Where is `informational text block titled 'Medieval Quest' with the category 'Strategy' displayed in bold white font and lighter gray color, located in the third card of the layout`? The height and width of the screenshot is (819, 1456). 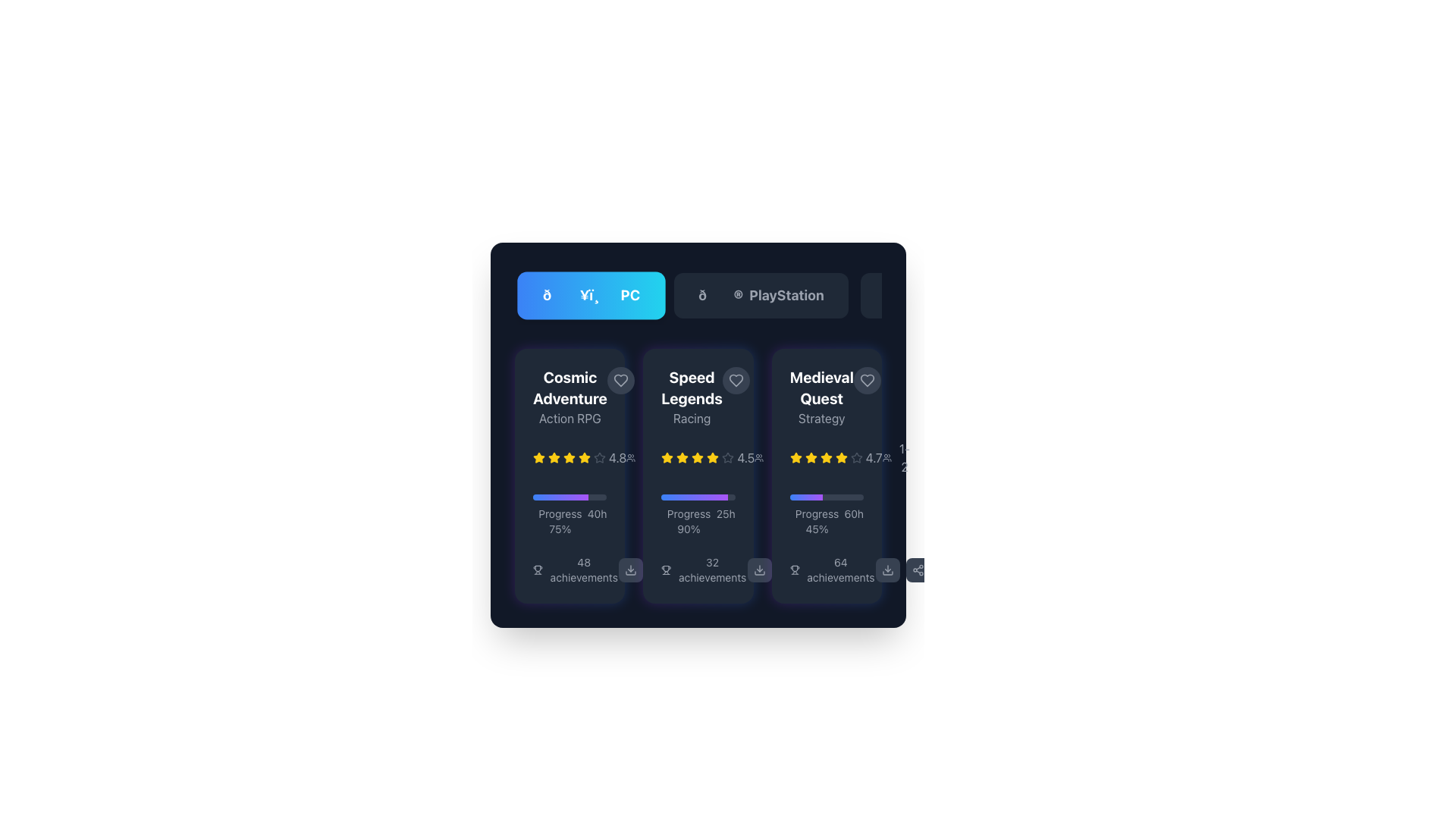
informational text block titled 'Medieval Quest' with the category 'Strategy' displayed in bold white font and lighter gray color, located in the third card of the layout is located at coordinates (826, 397).